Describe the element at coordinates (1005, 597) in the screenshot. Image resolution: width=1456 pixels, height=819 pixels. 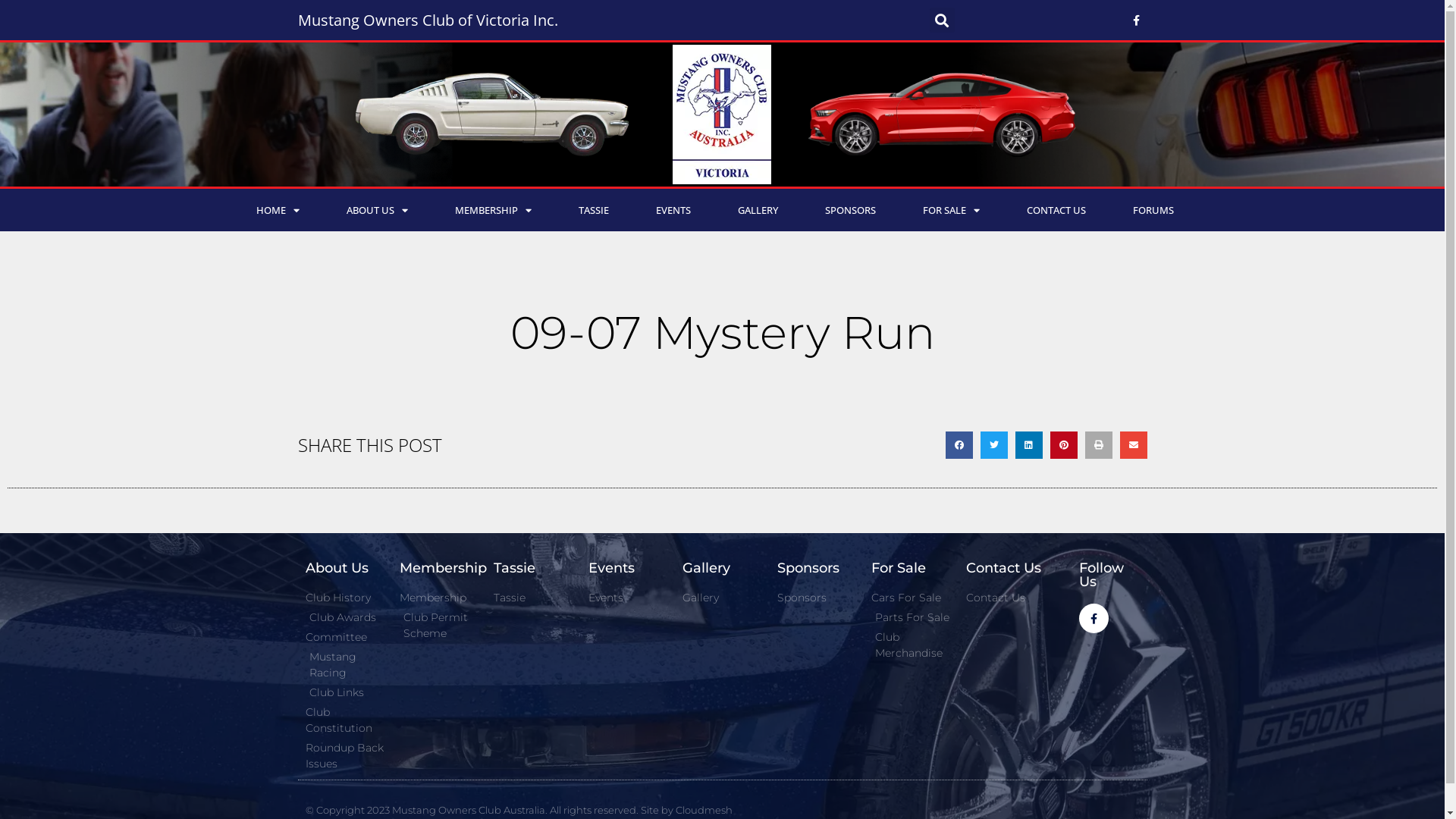
I see `'Contact Us'` at that location.